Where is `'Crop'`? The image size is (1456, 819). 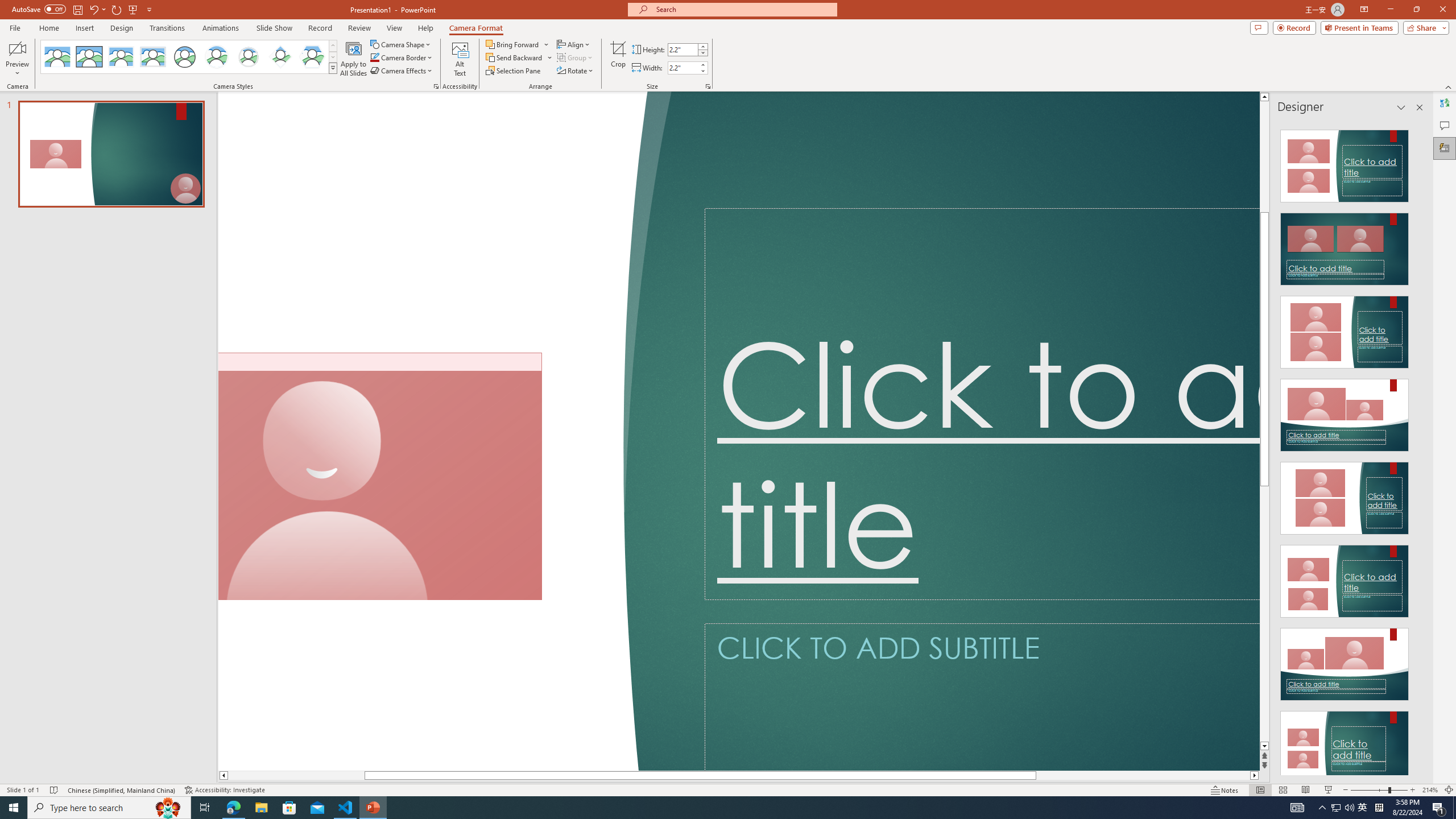 'Crop' is located at coordinates (617, 59).